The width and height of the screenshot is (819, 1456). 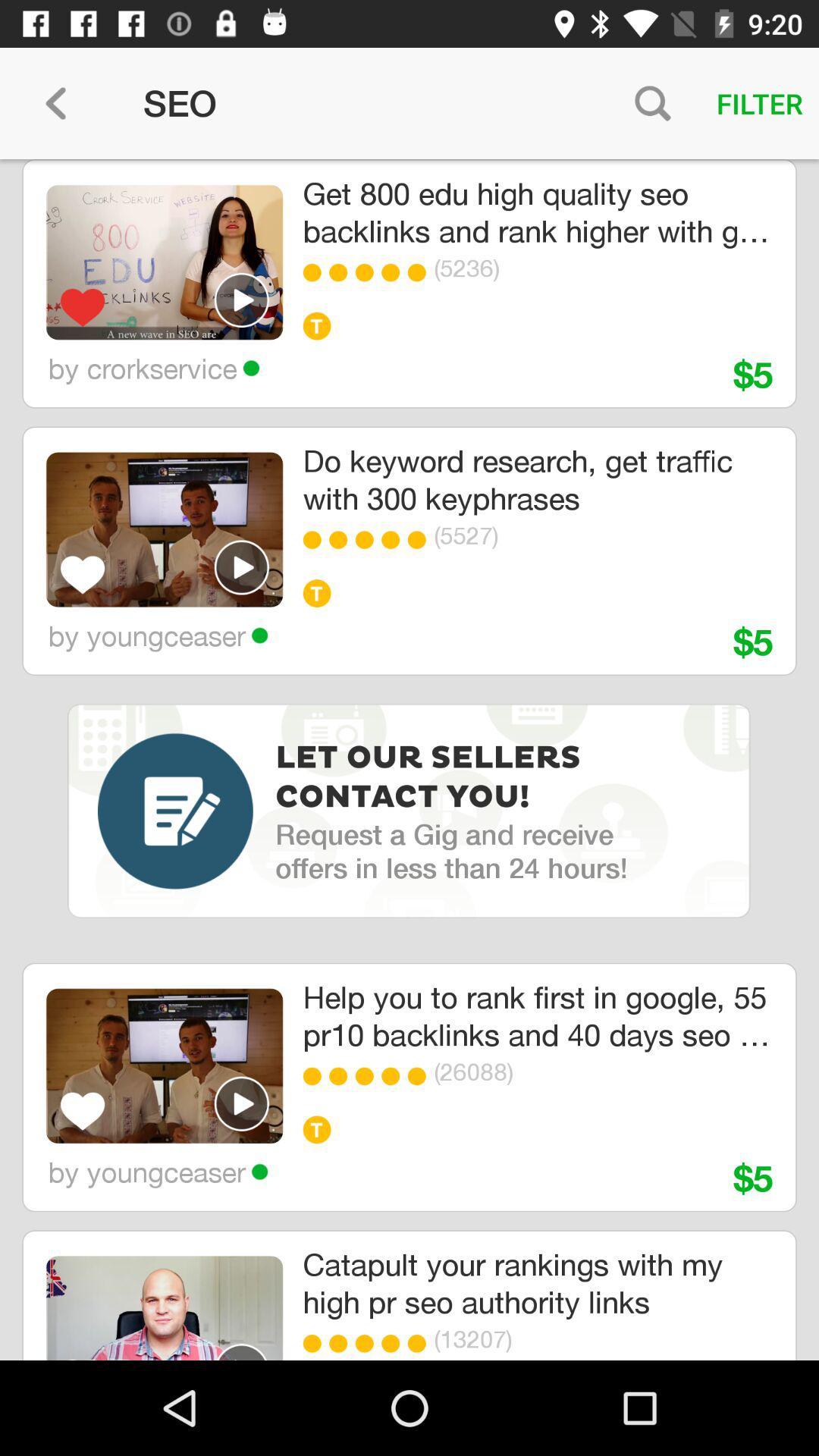 I want to click on by crorkservice, so click(x=153, y=368).